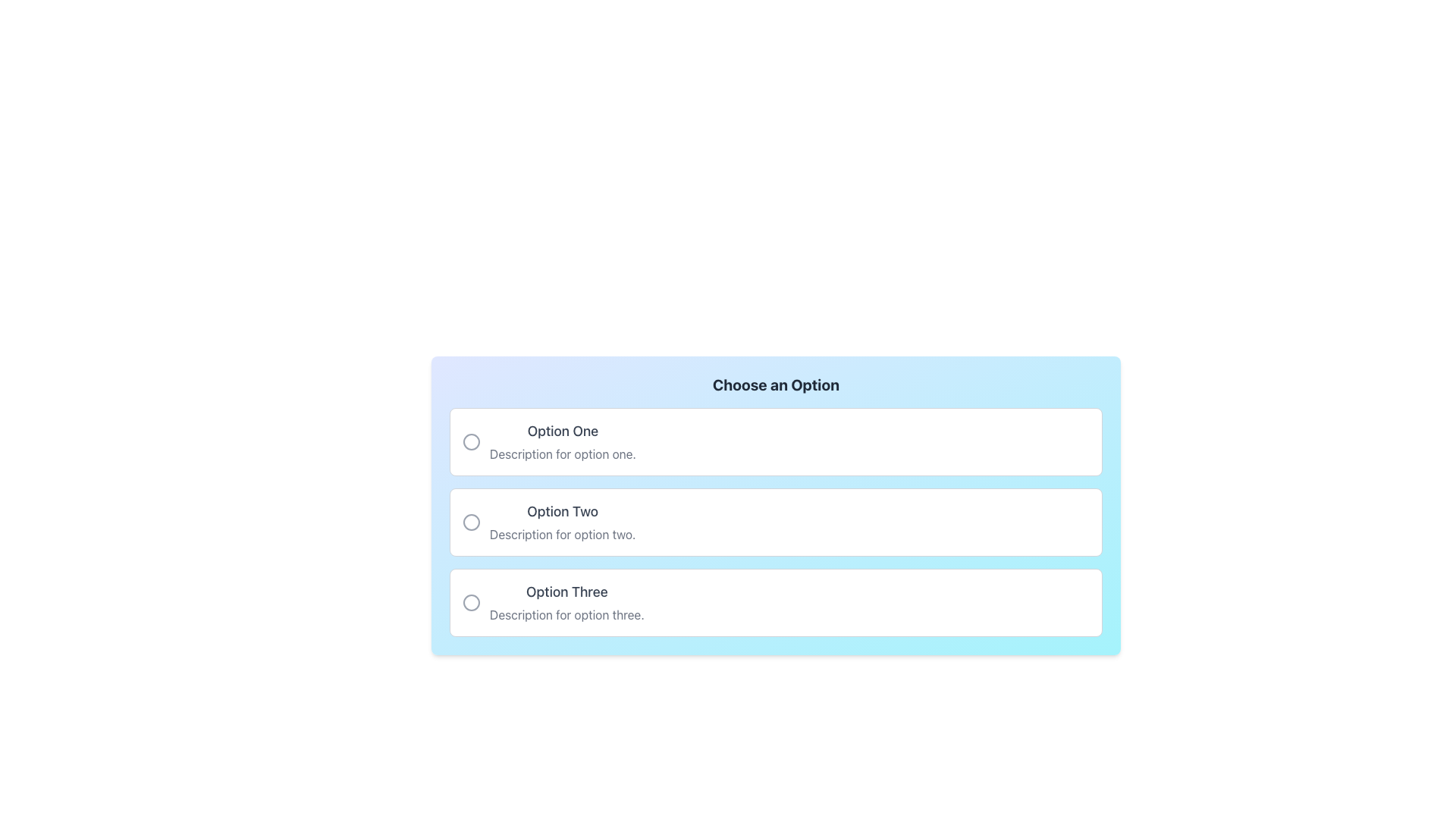 Image resolution: width=1456 pixels, height=819 pixels. What do you see at coordinates (562, 534) in the screenshot?
I see `the non-interactive text label providing additional information about 'Option Two', located directly below it in a vertical list` at bounding box center [562, 534].